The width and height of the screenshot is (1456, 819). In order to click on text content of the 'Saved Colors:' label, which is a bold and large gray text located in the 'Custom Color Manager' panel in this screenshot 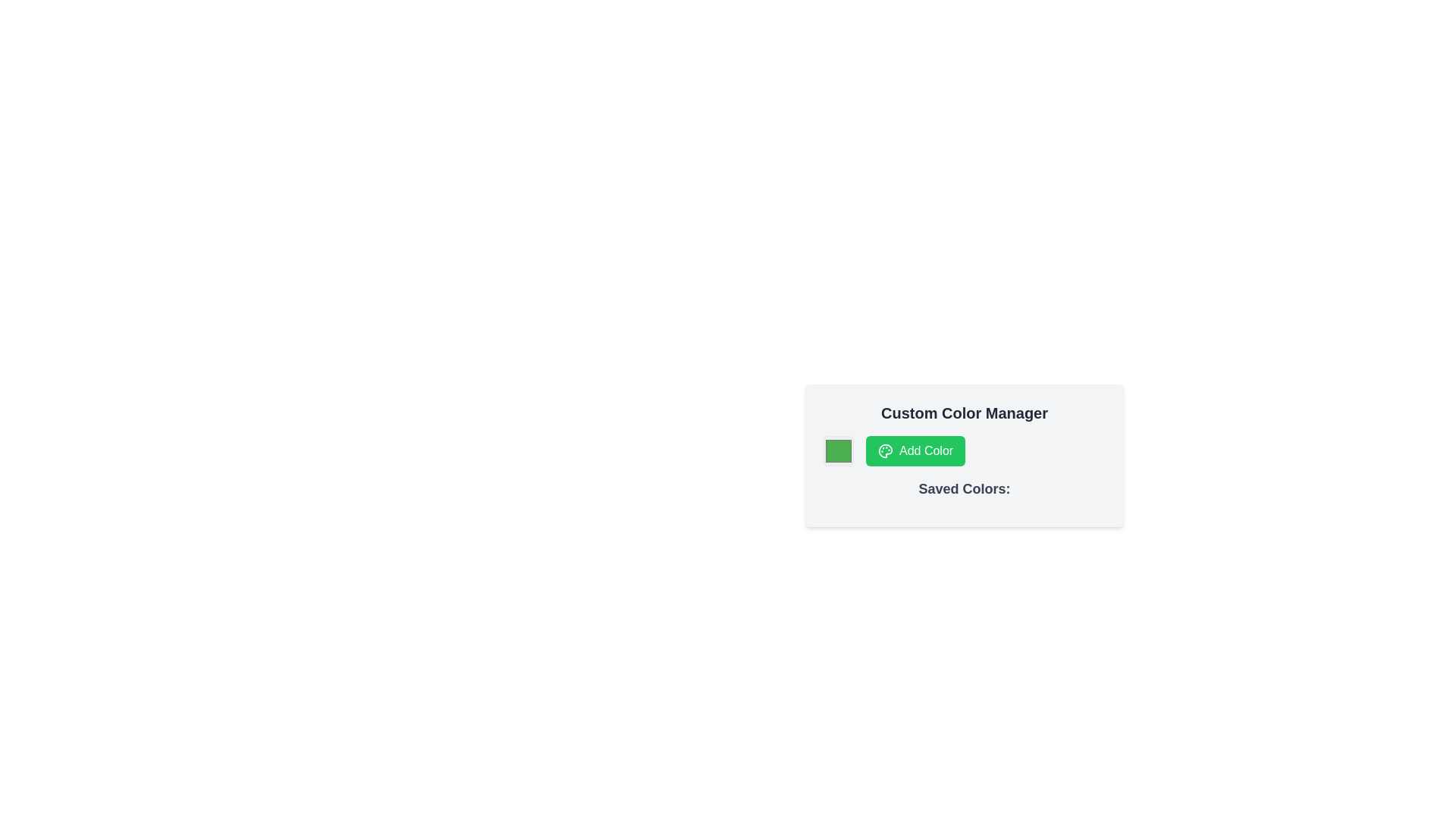, I will do `click(964, 494)`.